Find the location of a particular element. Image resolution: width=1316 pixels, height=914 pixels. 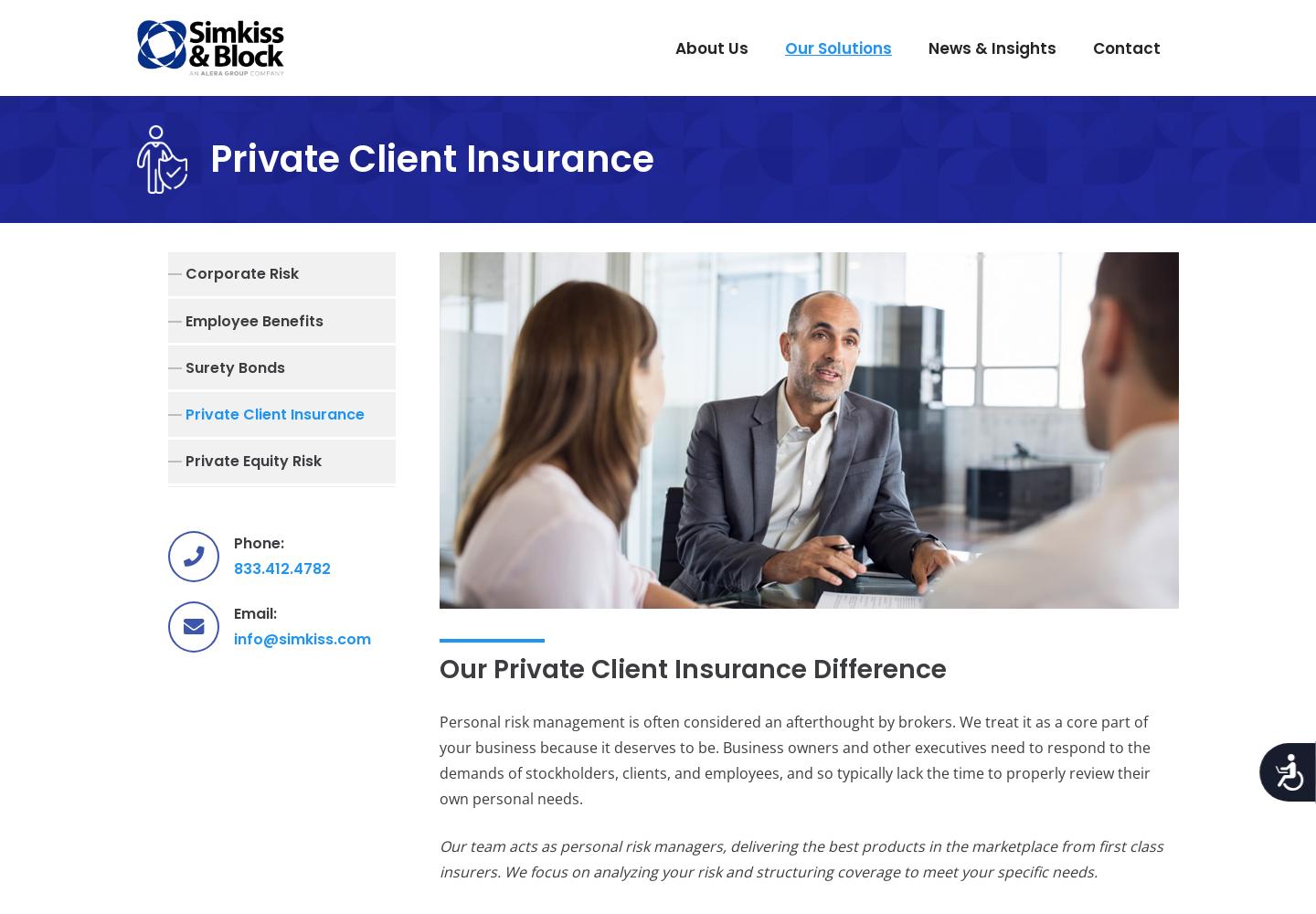

'Surety Bonds' is located at coordinates (234, 367).